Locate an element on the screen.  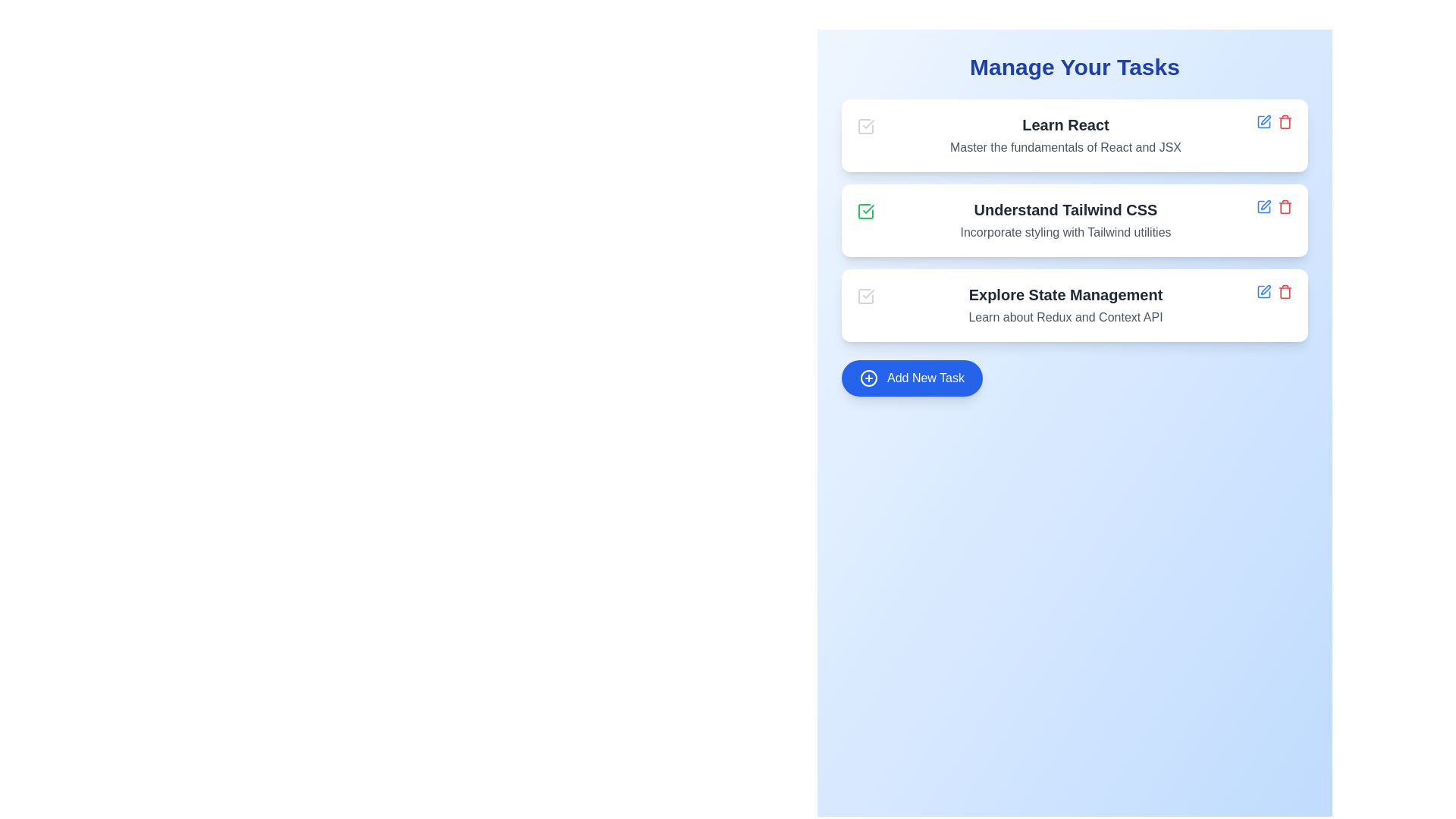
the prominent 'Learn React' text element, which is bold, large, and dark-gray, located at the top of a task card is located at coordinates (1065, 124).